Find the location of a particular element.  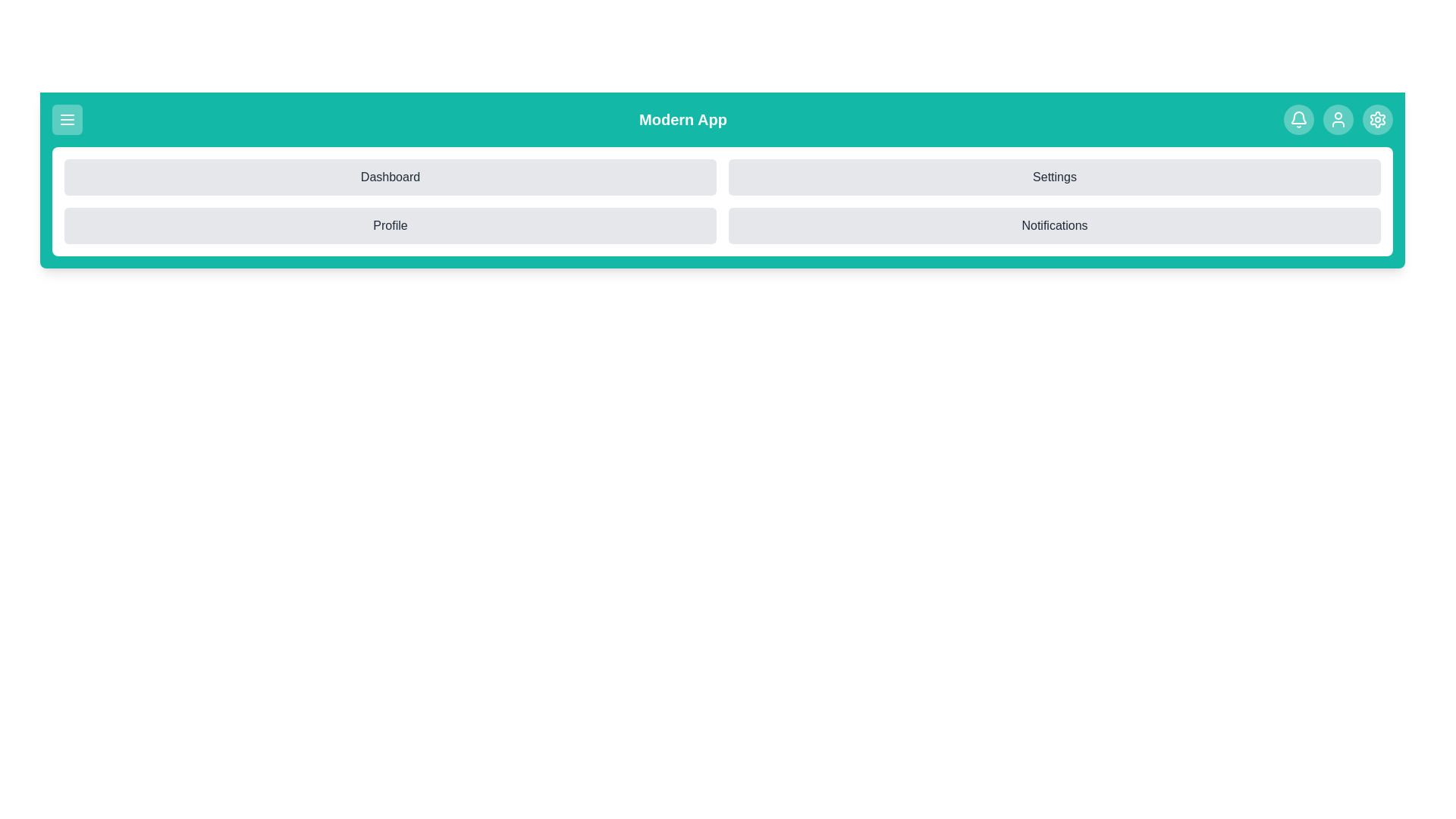

the settings icon in the top-right corner of the ModernAppBar is located at coordinates (1377, 119).